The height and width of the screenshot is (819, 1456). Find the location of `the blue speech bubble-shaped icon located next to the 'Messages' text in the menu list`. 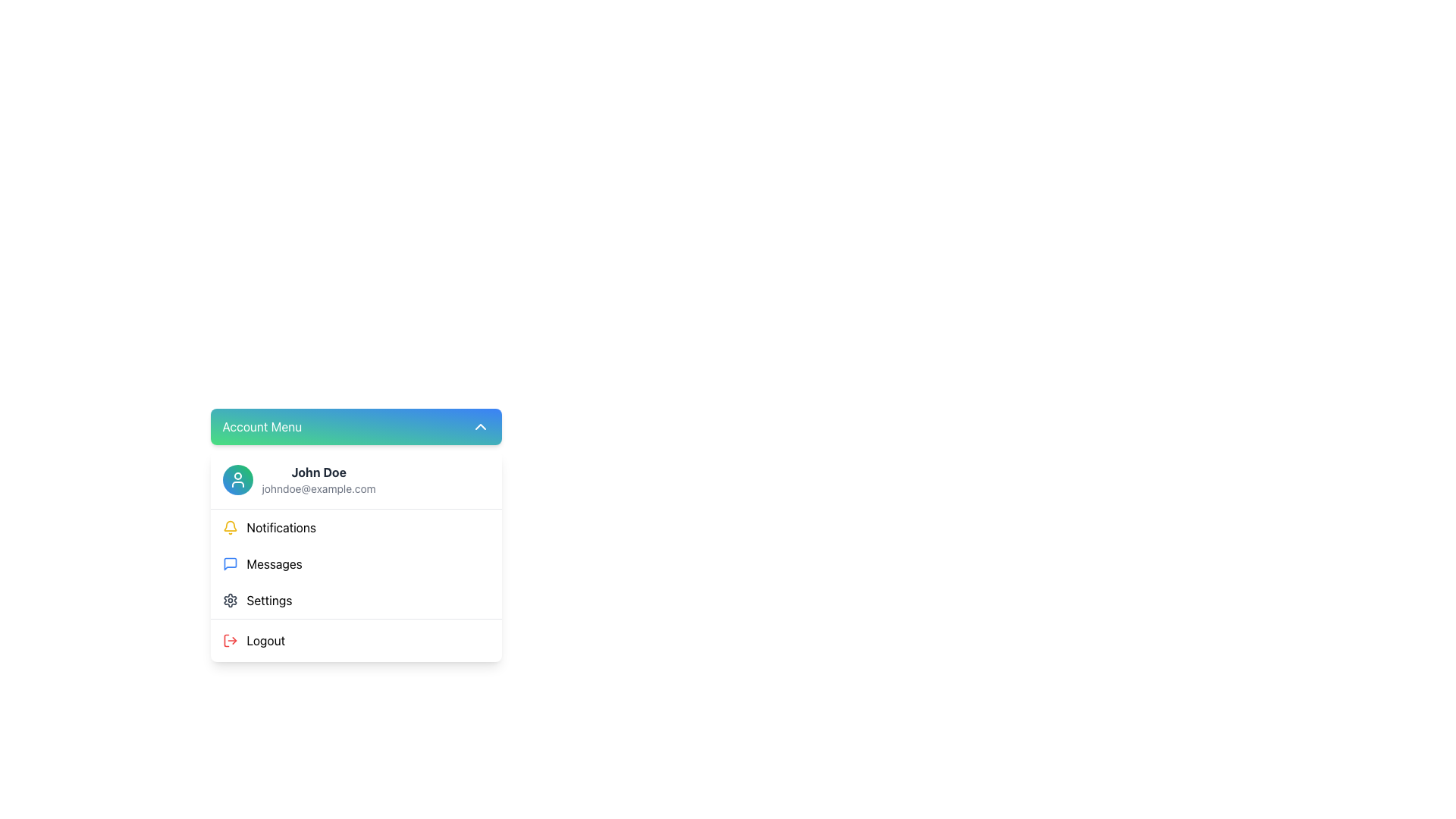

the blue speech bubble-shaped icon located next to the 'Messages' text in the menu list is located at coordinates (229, 564).